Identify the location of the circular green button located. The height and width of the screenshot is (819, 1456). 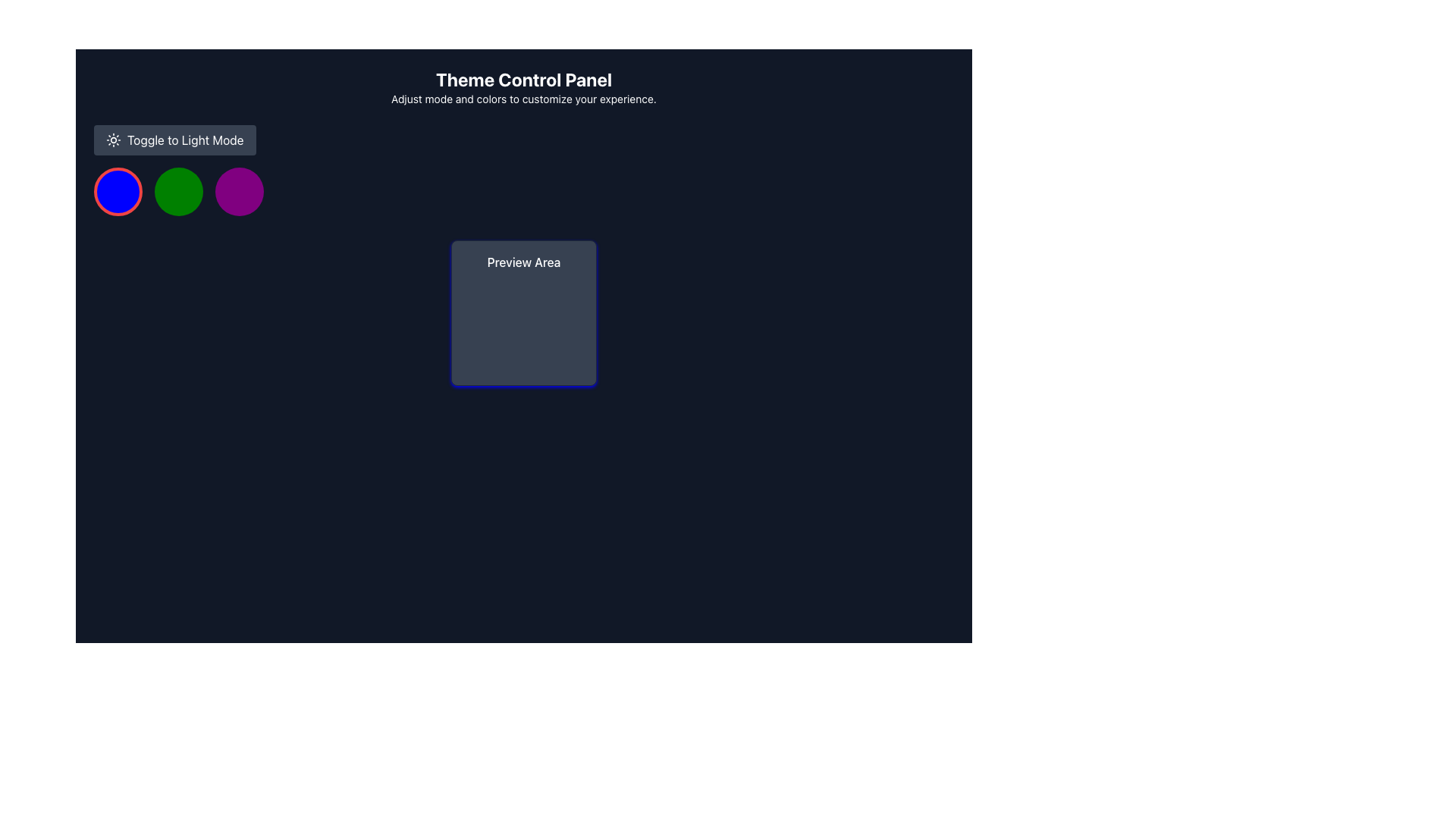
(178, 191).